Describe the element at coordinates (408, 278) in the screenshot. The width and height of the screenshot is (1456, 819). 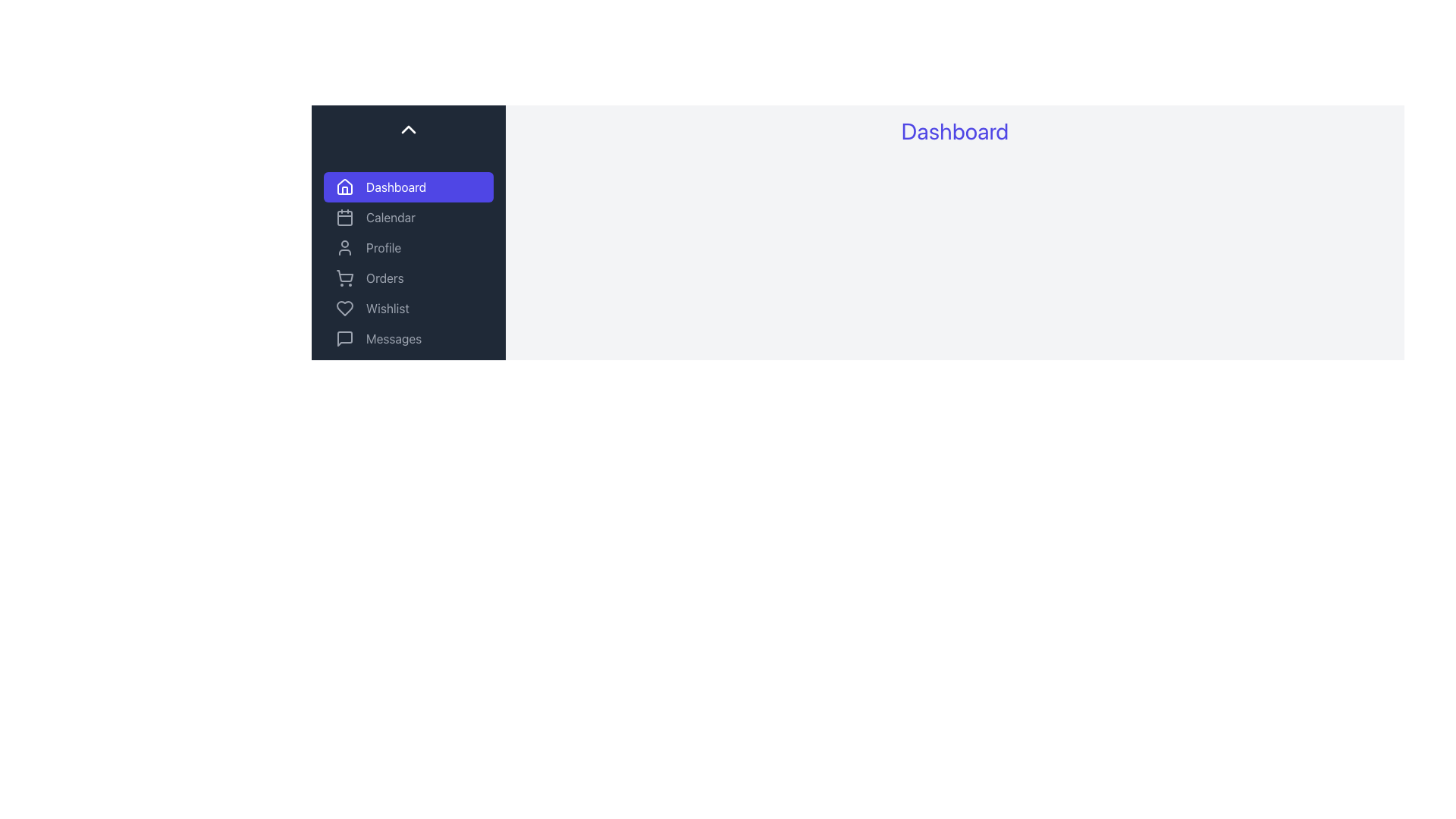
I see `the navigational menu located in the left sidebar` at that location.